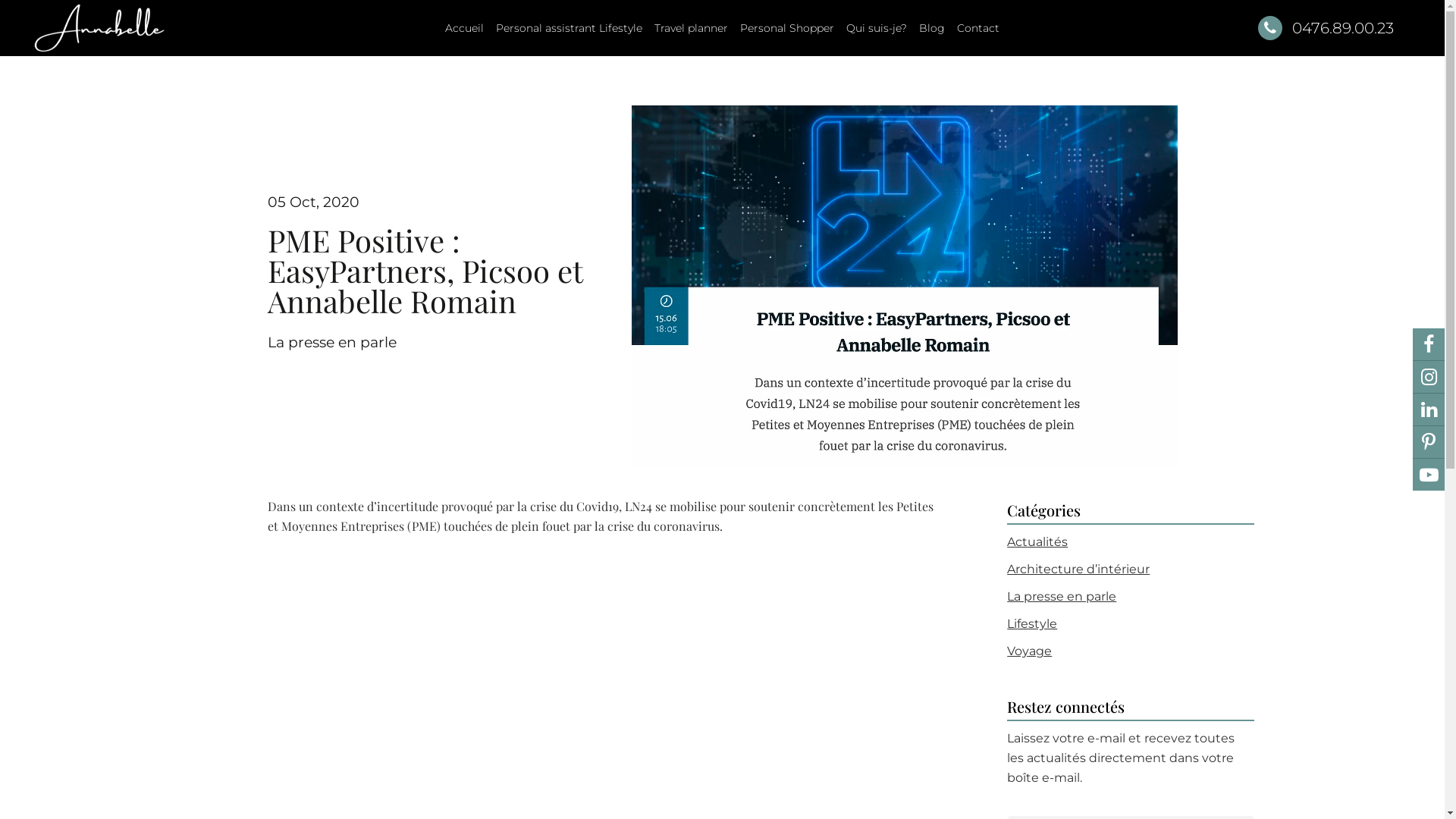 The height and width of the screenshot is (819, 1456). Describe the element at coordinates (1029, 650) in the screenshot. I see `'Voyage'` at that location.